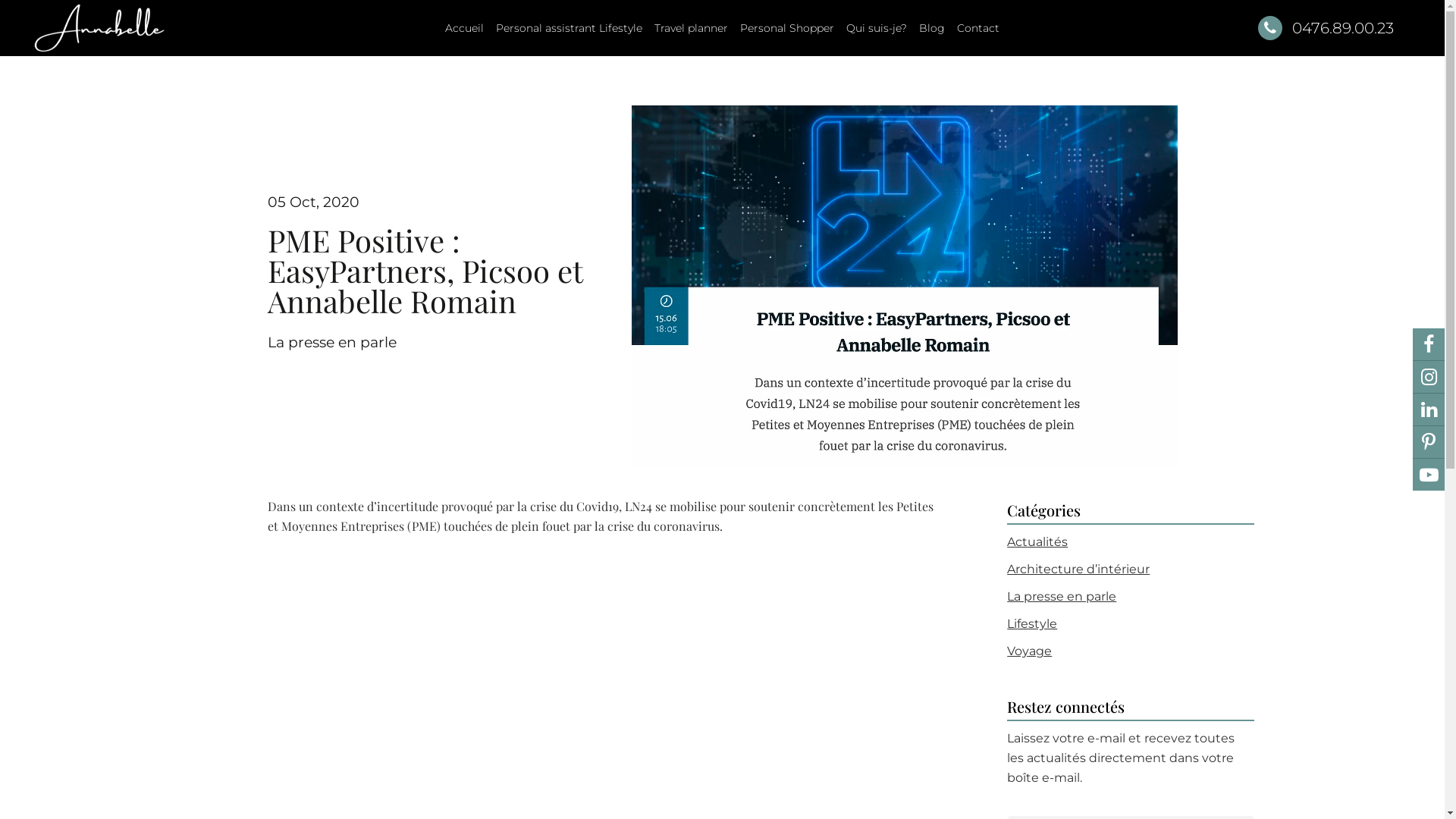 The height and width of the screenshot is (819, 1456). Describe the element at coordinates (1029, 650) in the screenshot. I see `'Voyage'` at that location.